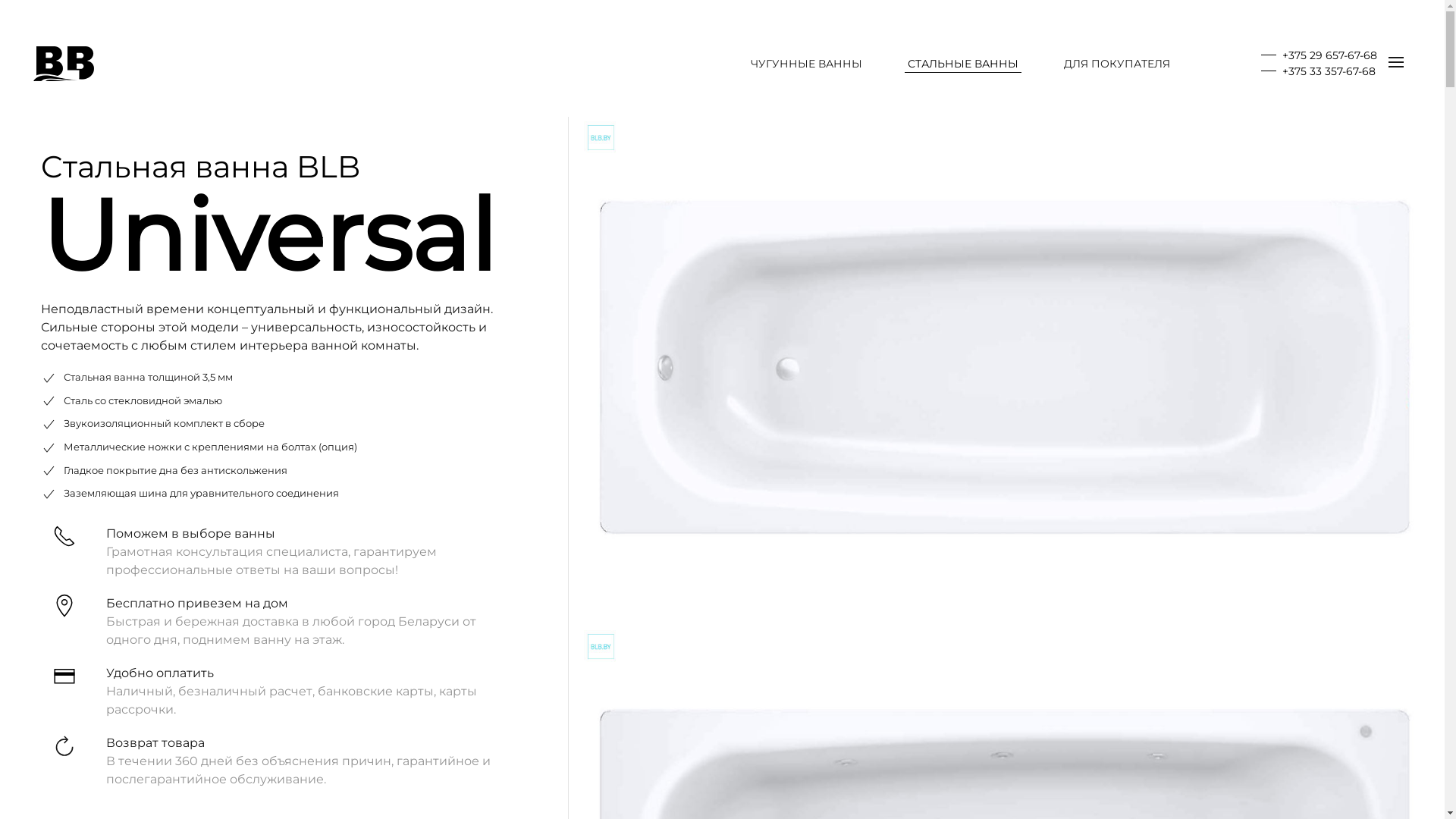  I want to click on '+375 29 657-67-68', so click(1260, 55).